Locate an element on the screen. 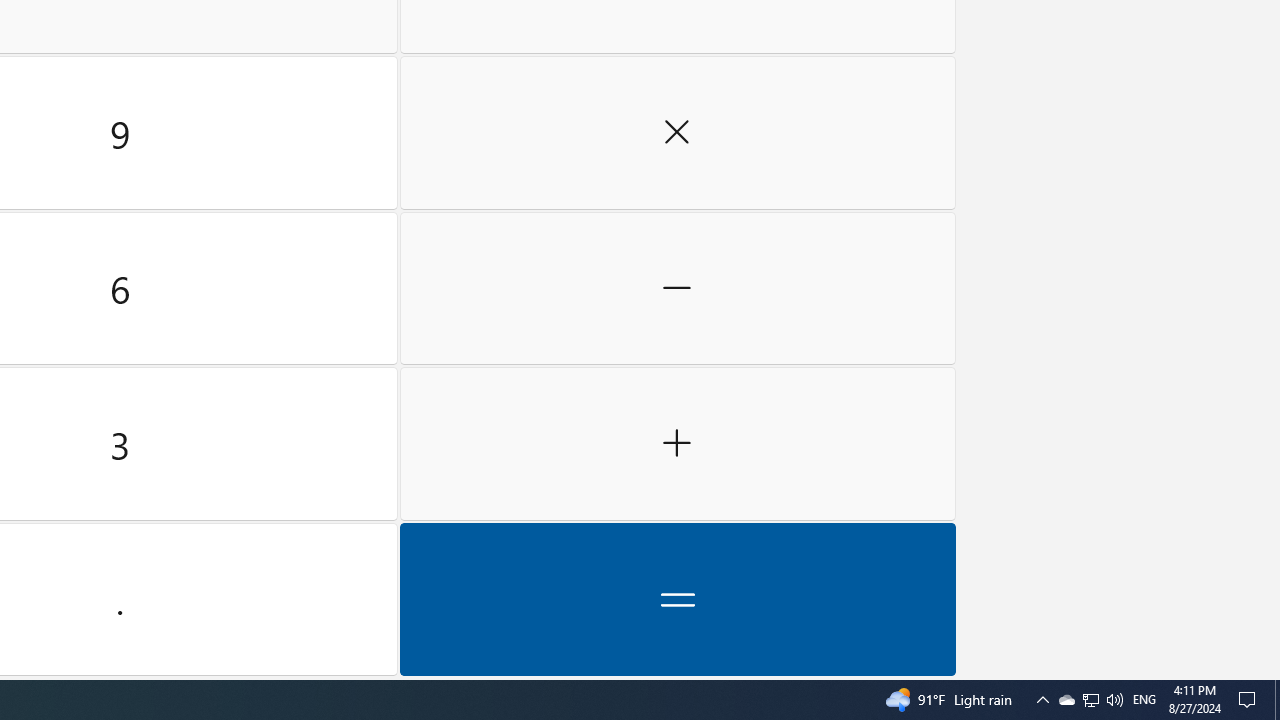 Image resolution: width=1280 pixels, height=720 pixels. 'Tray Input Indicator - English (United States)' is located at coordinates (1144, 698).